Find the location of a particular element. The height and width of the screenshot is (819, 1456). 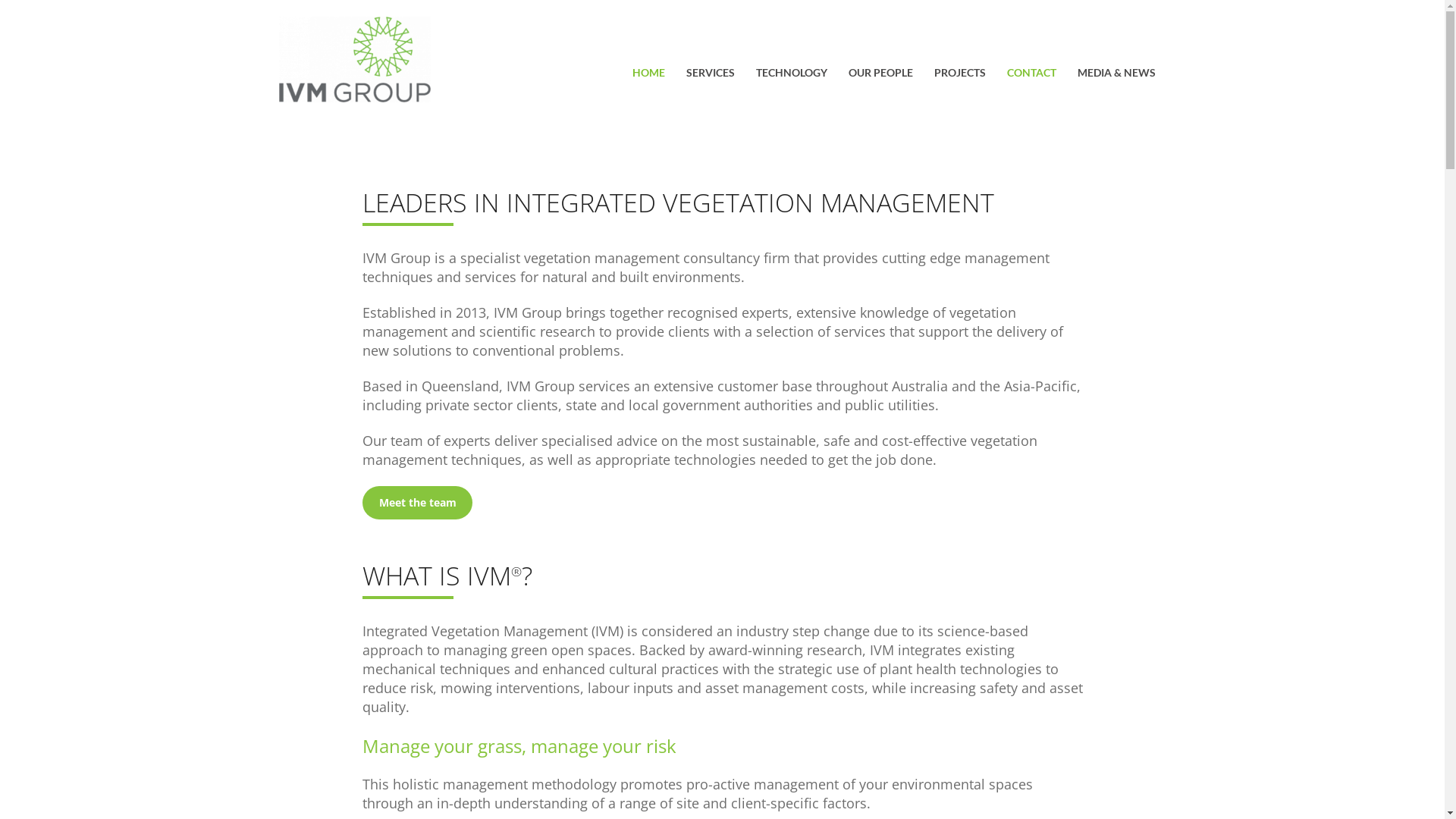

'TECHNOLOGY' is located at coordinates (789, 74).